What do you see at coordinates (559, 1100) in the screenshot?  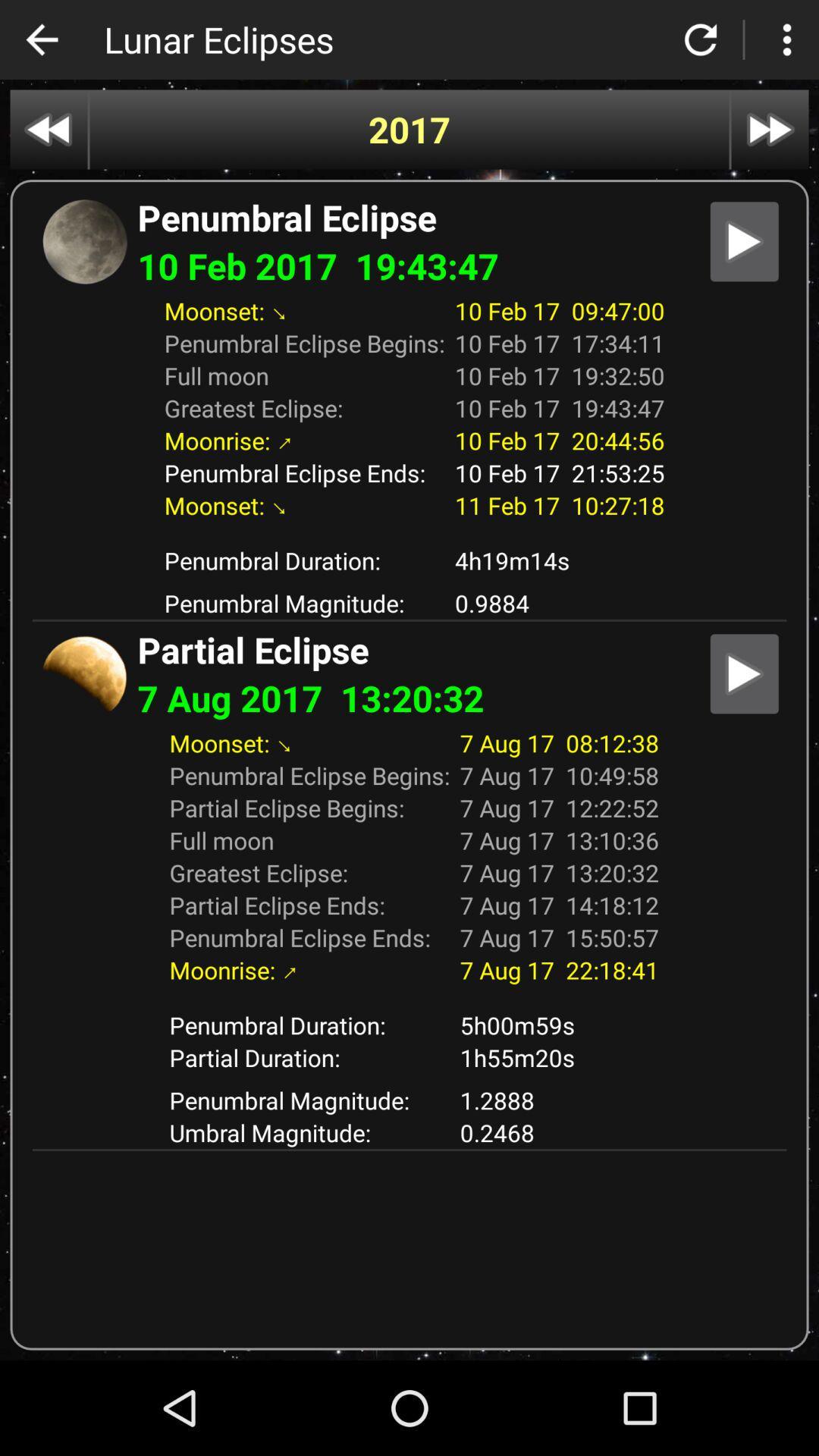 I see `1.2888` at bounding box center [559, 1100].